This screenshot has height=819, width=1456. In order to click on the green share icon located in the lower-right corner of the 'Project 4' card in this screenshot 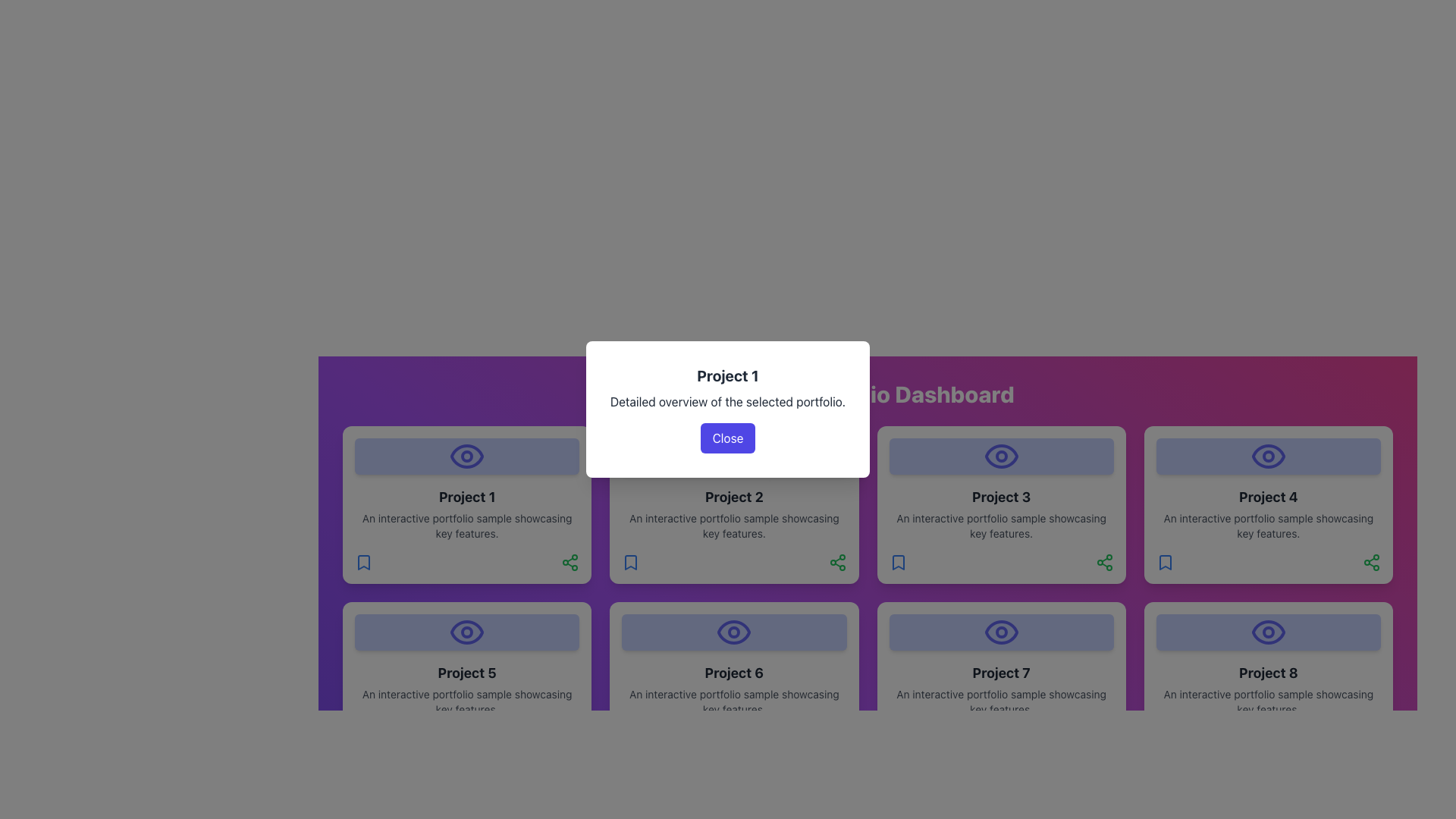, I will do `click(1372, 562)`.